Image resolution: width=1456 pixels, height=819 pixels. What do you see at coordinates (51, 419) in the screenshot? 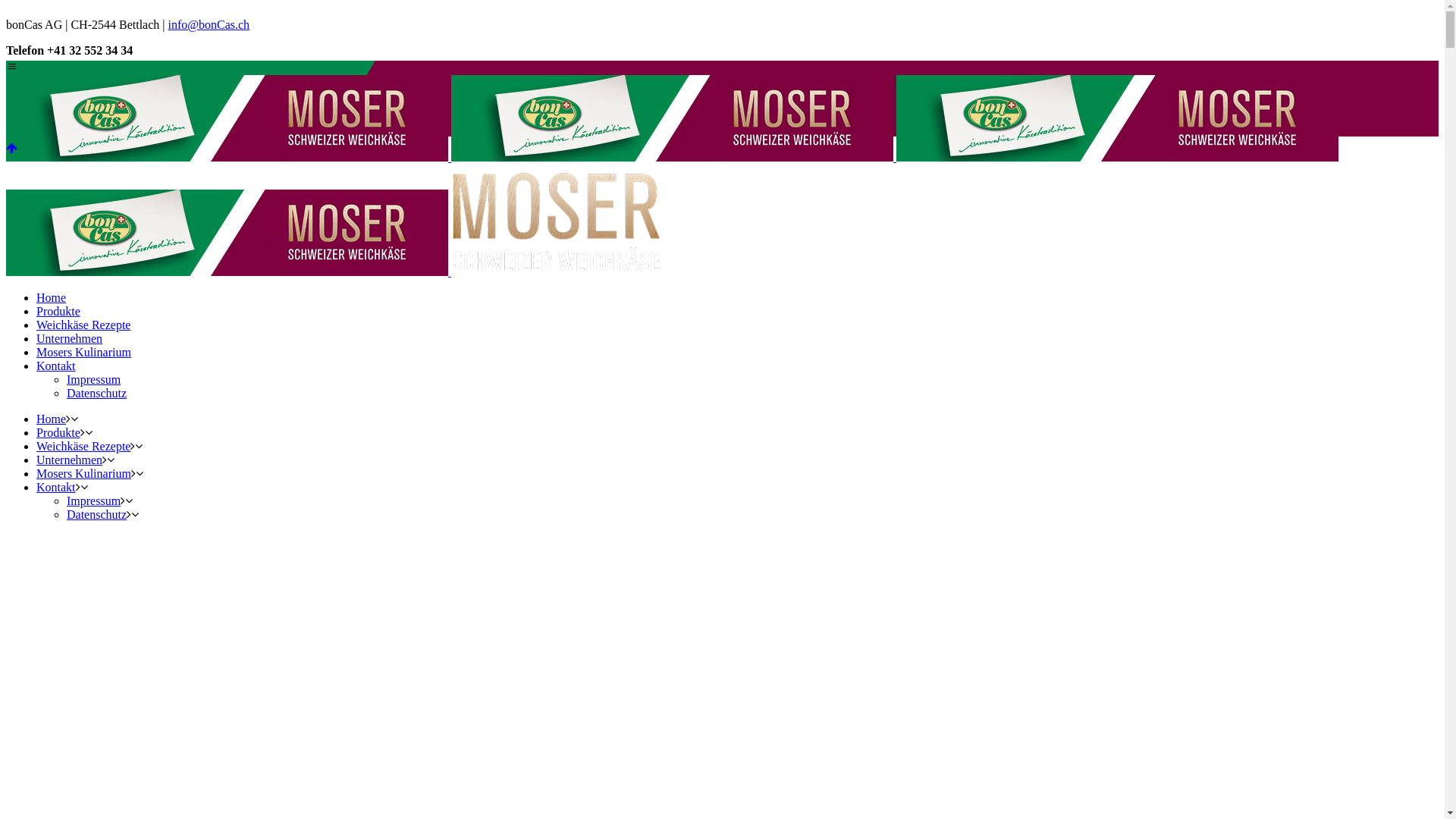
I see `'Home'` at bounding box center [51, 419].